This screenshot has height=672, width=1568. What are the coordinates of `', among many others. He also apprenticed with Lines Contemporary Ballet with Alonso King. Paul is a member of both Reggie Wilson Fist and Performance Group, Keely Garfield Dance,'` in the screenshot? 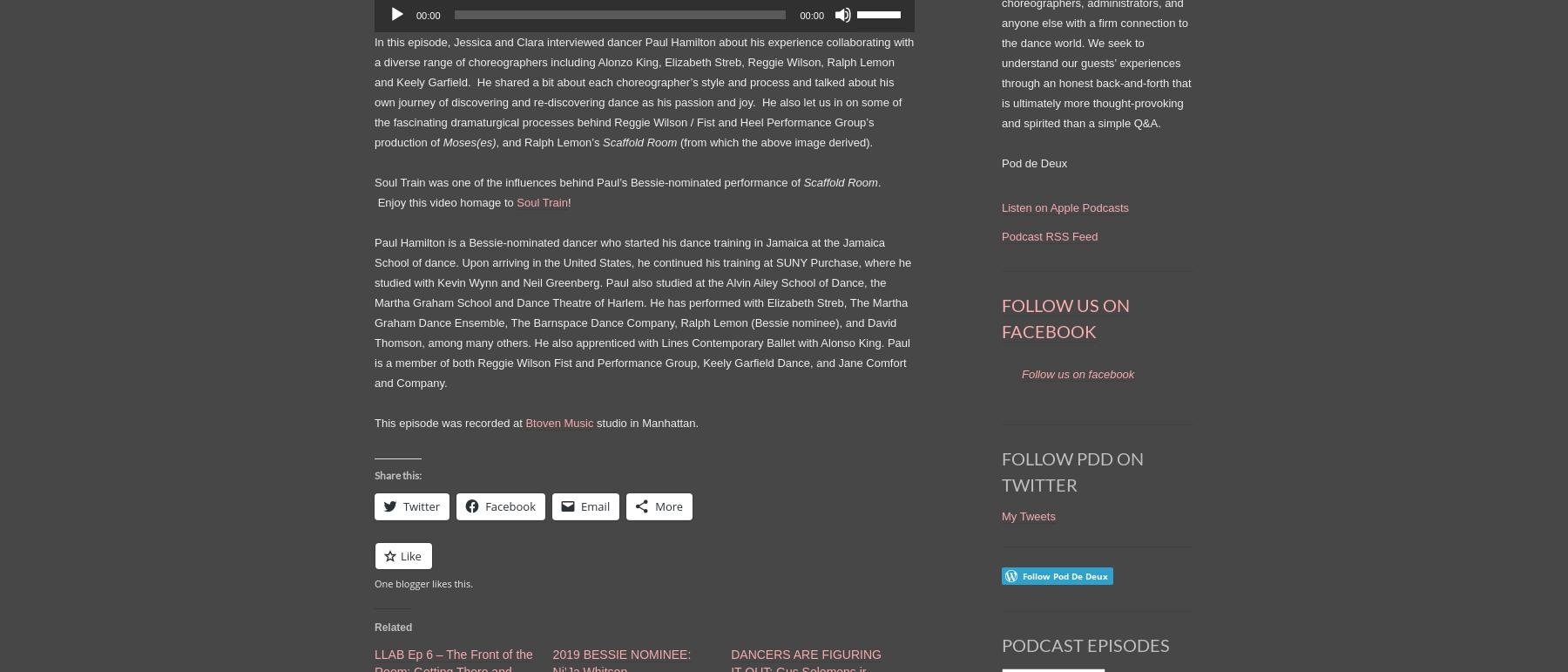 It's located at (640, 351).